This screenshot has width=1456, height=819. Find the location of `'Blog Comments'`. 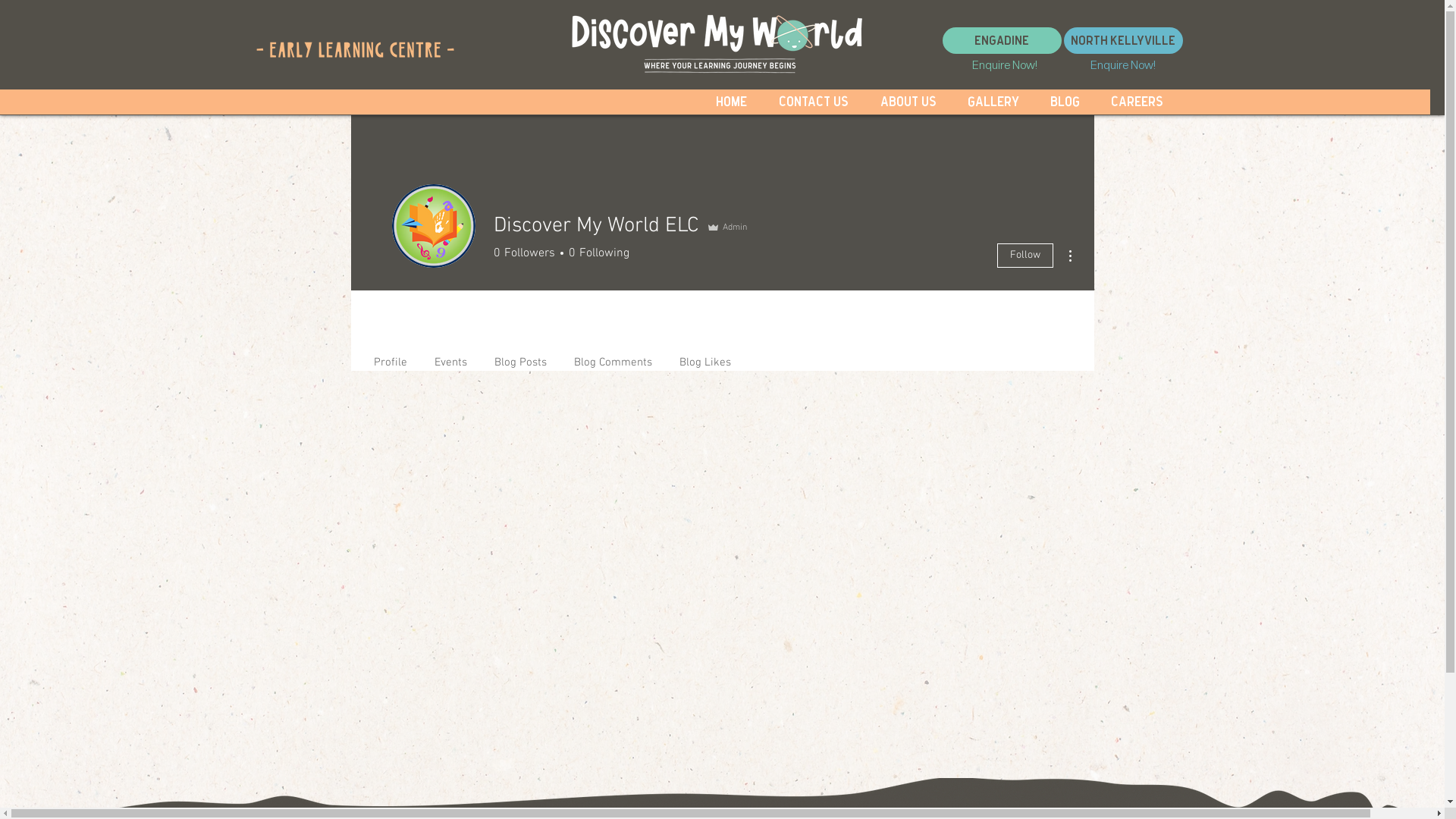

'Blog Comments' is located at coordinates (612, 356).